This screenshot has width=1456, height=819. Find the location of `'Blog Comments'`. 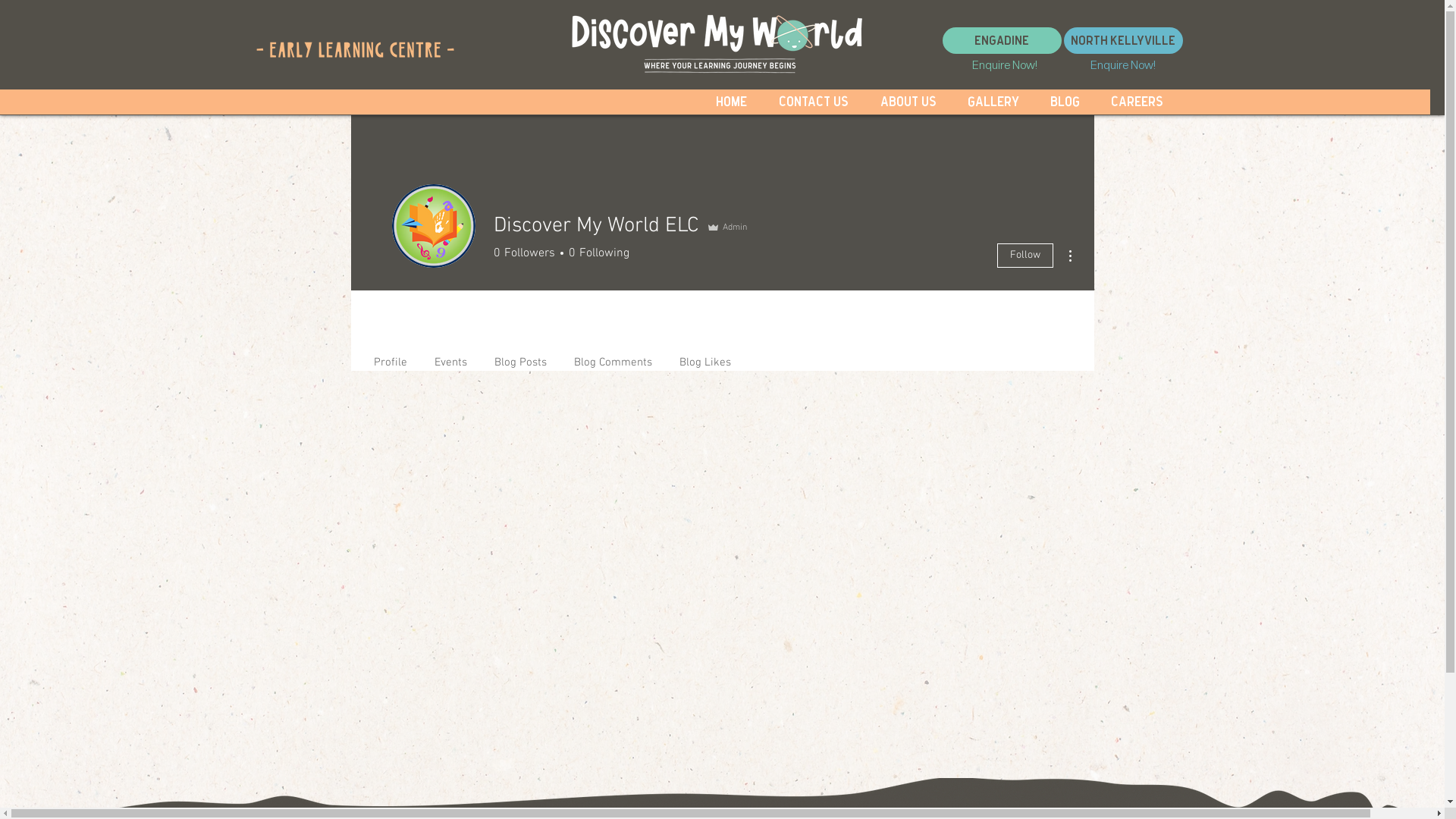

'Blog Comments' is located at coordinates (612, 356).